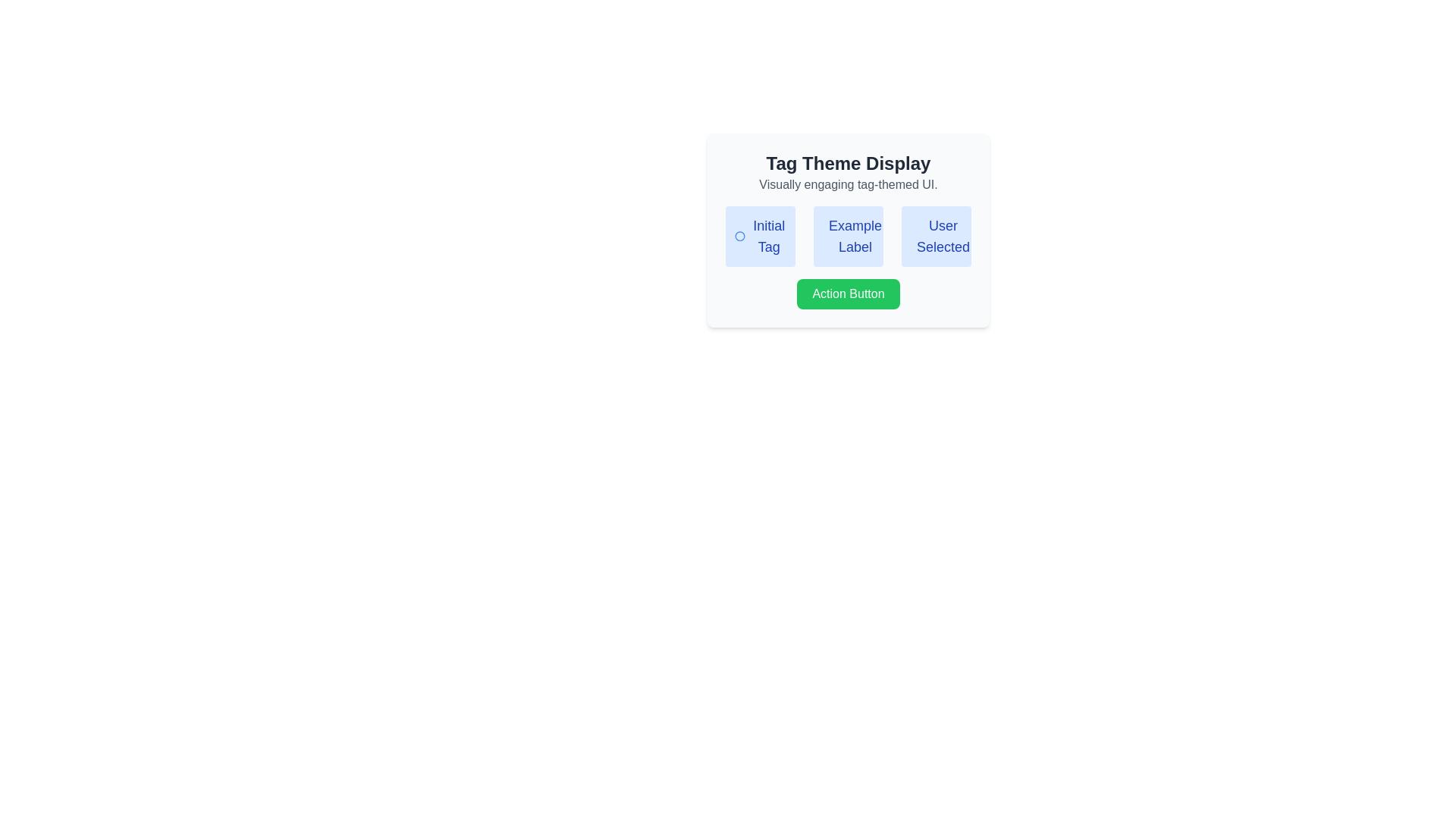 This screenshot has width=1456, height=819. Describe the element at coordinates (847, 294) in the screenshot. I see `the button located at the bottom center of the 'Tag Theme Display' section for keyboard navigation` at that location.